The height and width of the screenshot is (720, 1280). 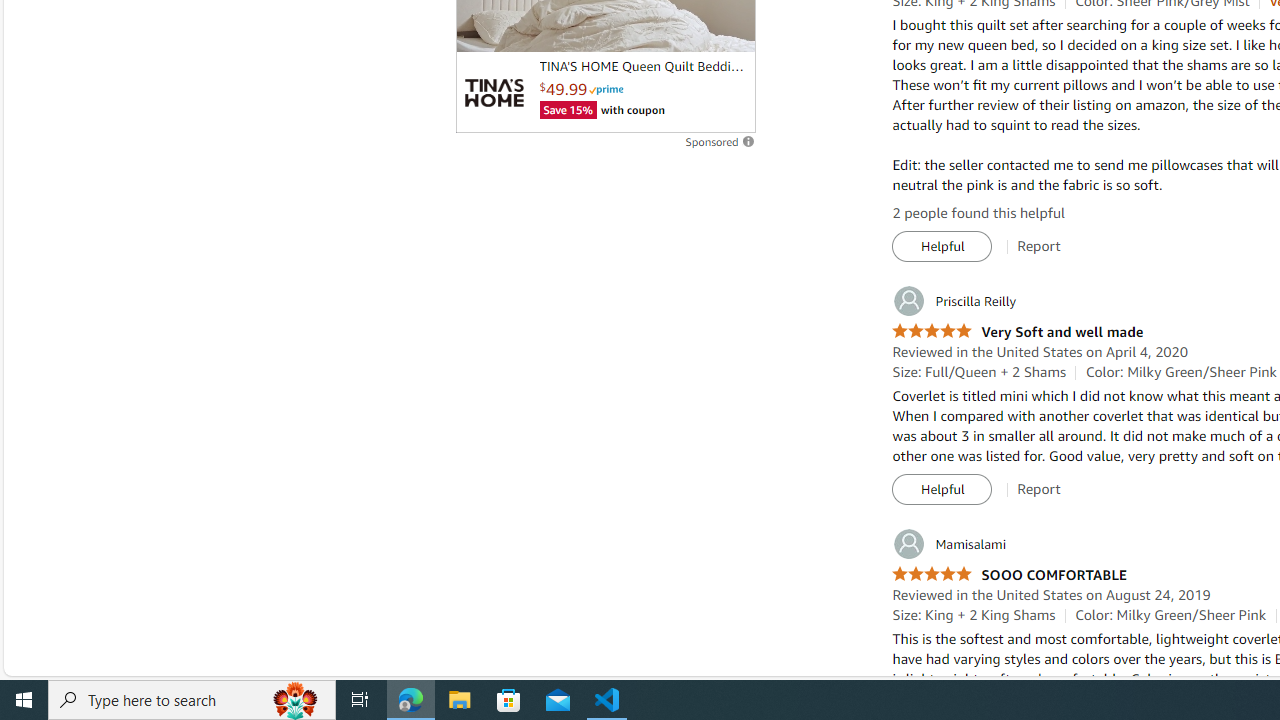 I want to click on 'Prime', so click(x=605, y=88).